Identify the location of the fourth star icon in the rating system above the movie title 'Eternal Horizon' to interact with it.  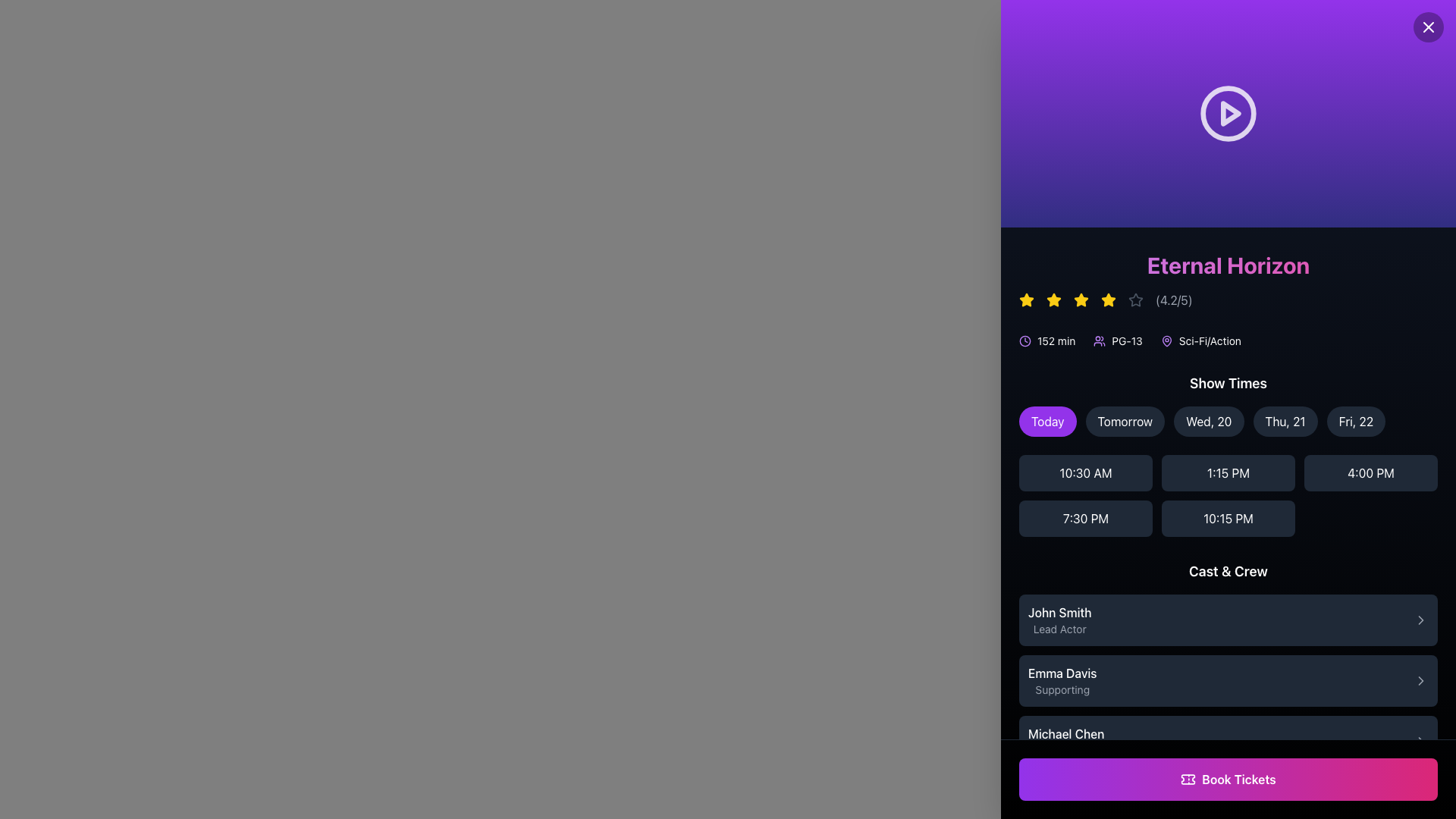
(1109, 300).